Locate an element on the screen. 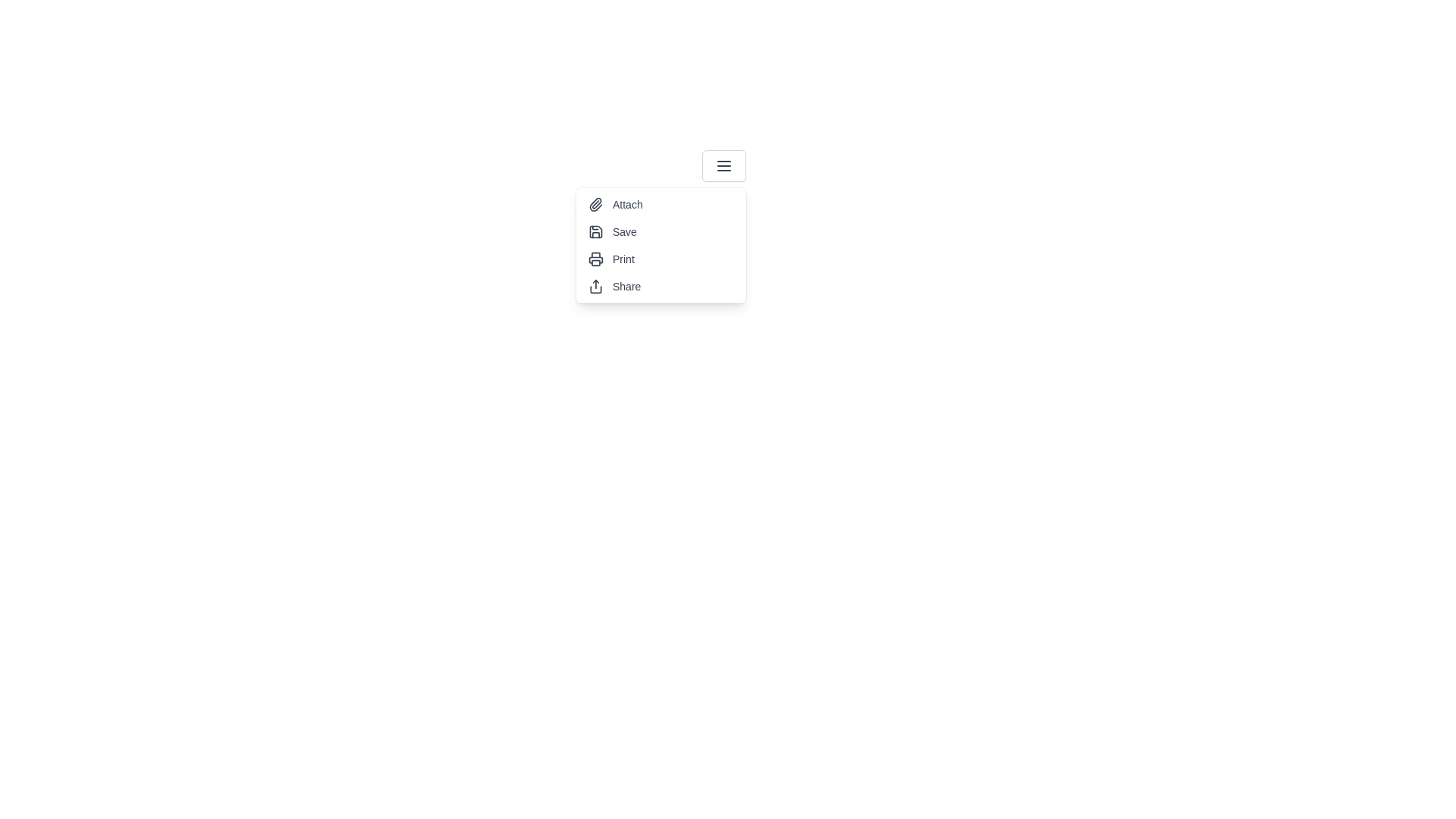 This screenshot has width=1456, height=819. the dropdown menu containing multiple interactive buttons is located at coordinates (661, 245).